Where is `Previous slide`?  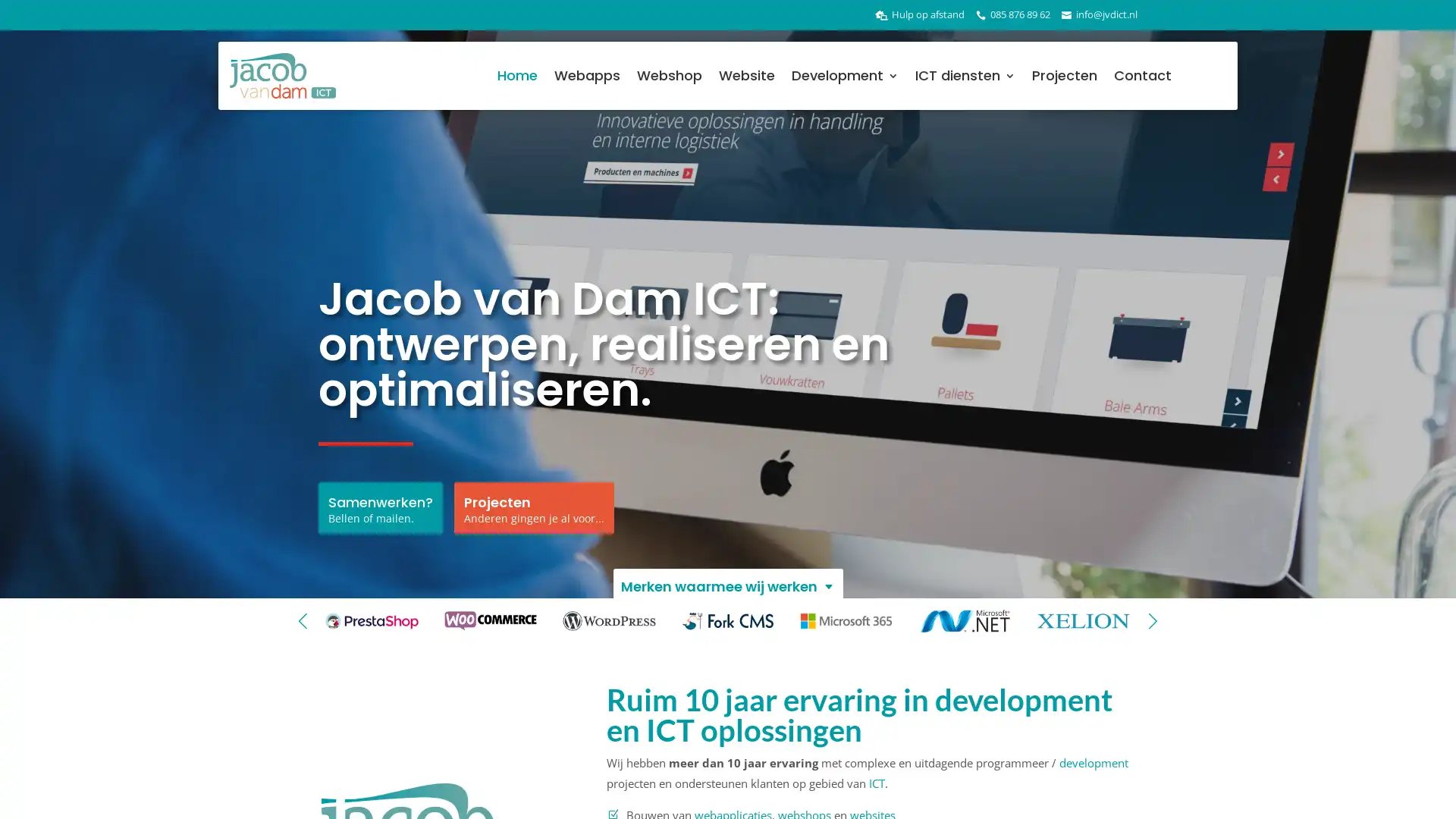 Previous slide is located at coordinates (303, 620).